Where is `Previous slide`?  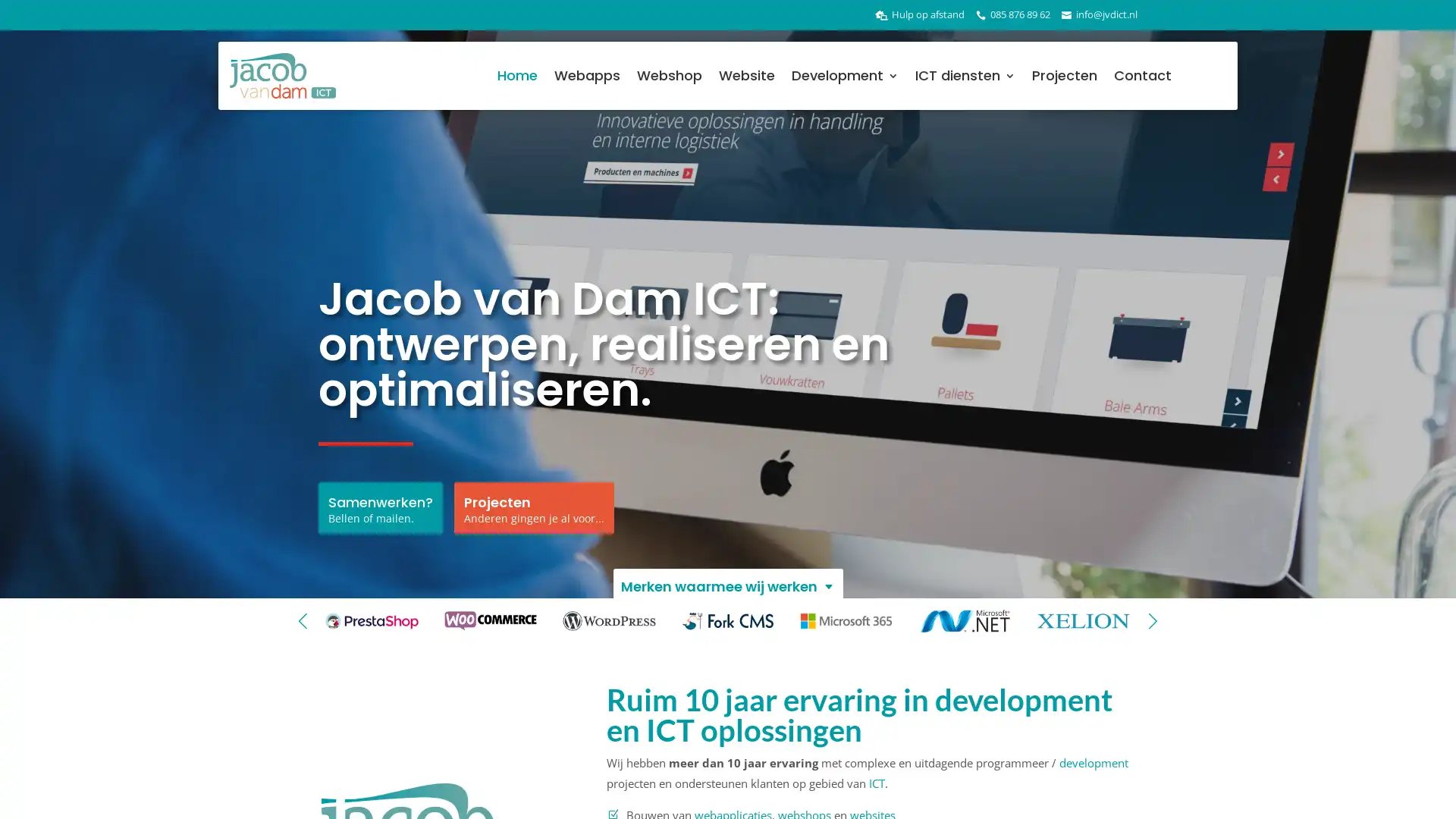 Previous slide is located at coordinates (303, 620).